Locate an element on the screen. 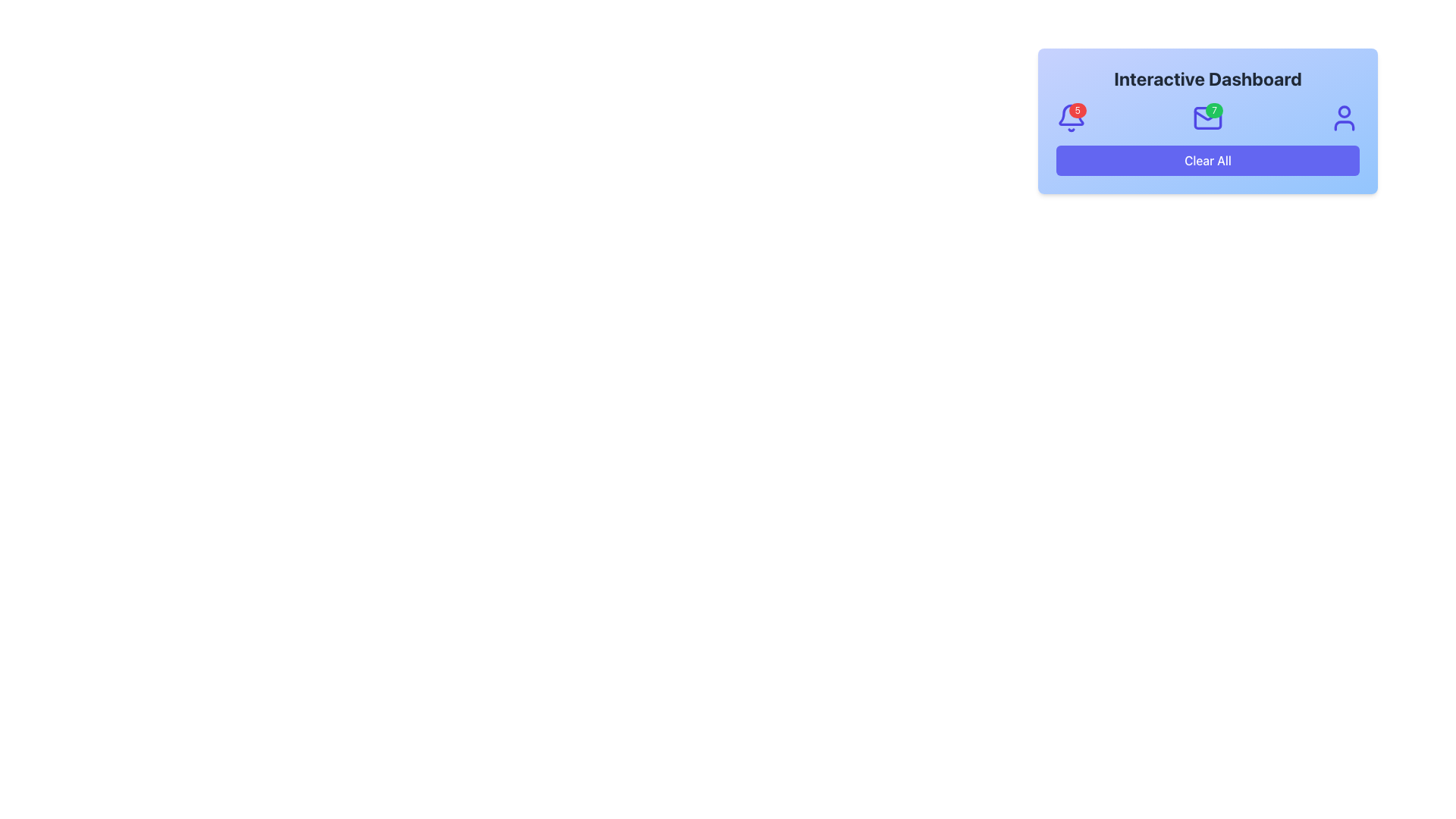 The image size is (1456, 819). the gray bell icon located at the top left corner of the dashboard interface is located at coordinates (1070, 114).